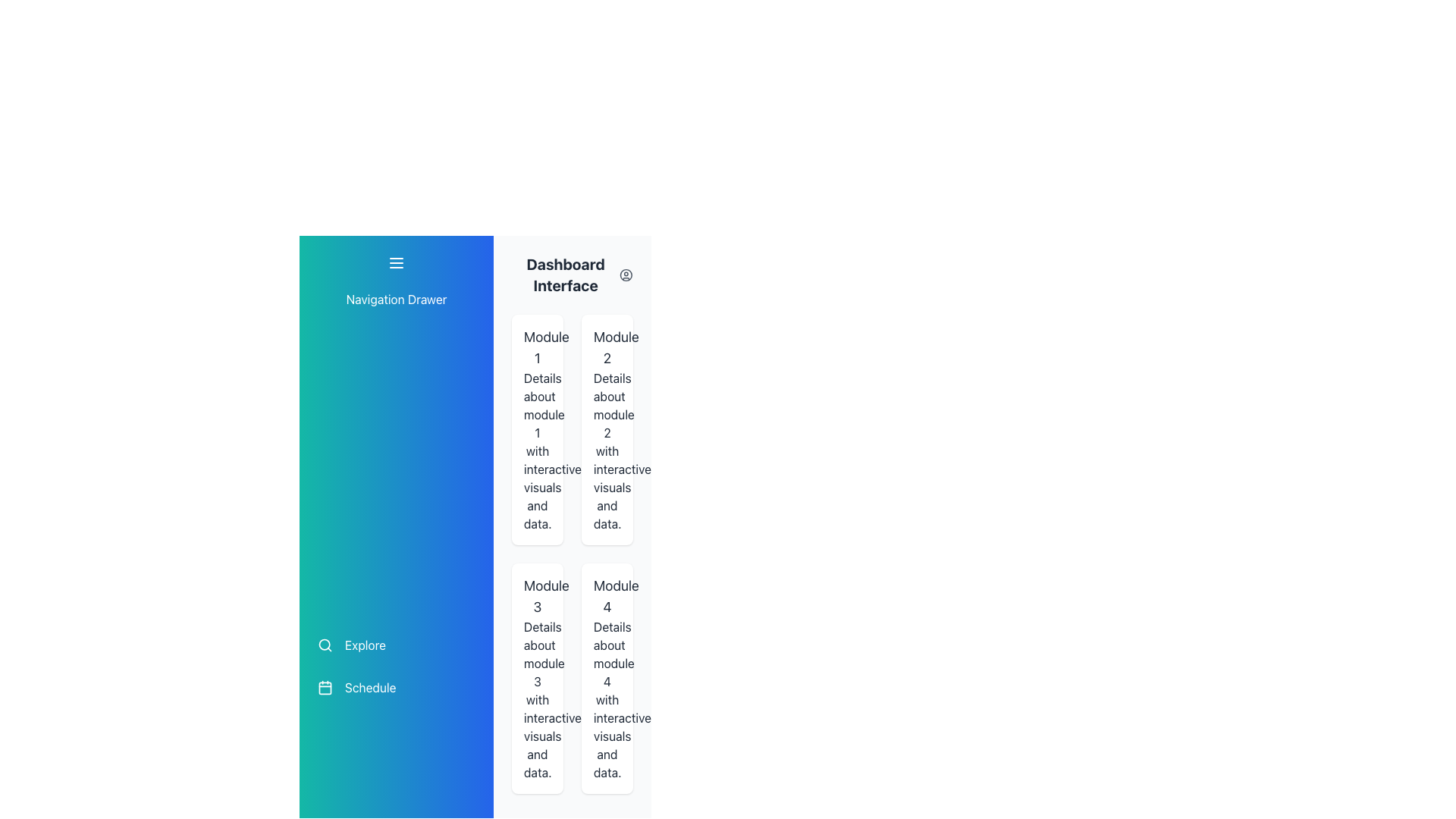 Image resolution: width=1456 pixels, height=819 pixels. I want to click on the magnifying glass icon located in the navigation menu, near the 'Explore' label, to initiate a search function, so click(324, 645).